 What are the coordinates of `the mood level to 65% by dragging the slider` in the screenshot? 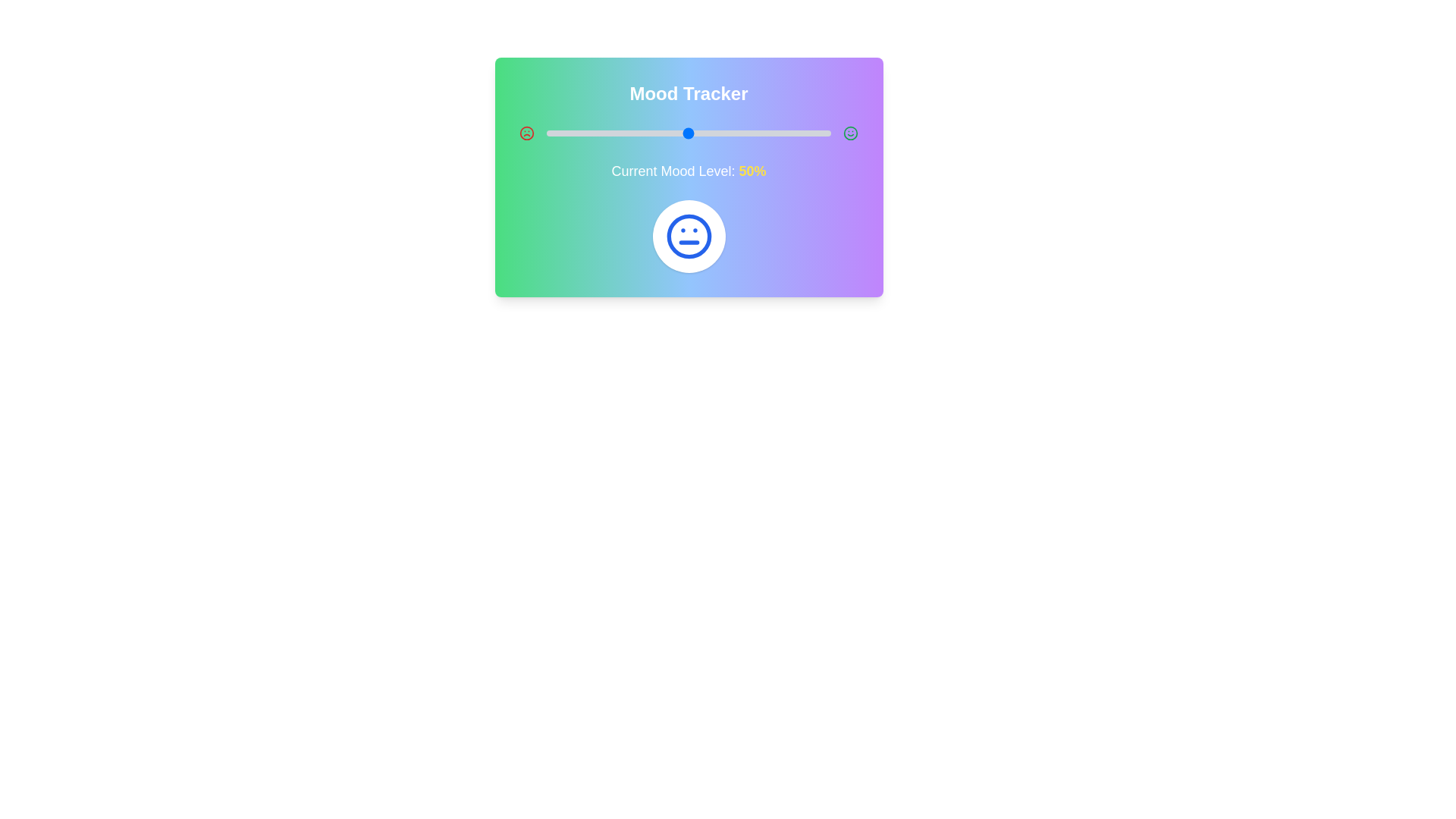 It's located at (731, 133).